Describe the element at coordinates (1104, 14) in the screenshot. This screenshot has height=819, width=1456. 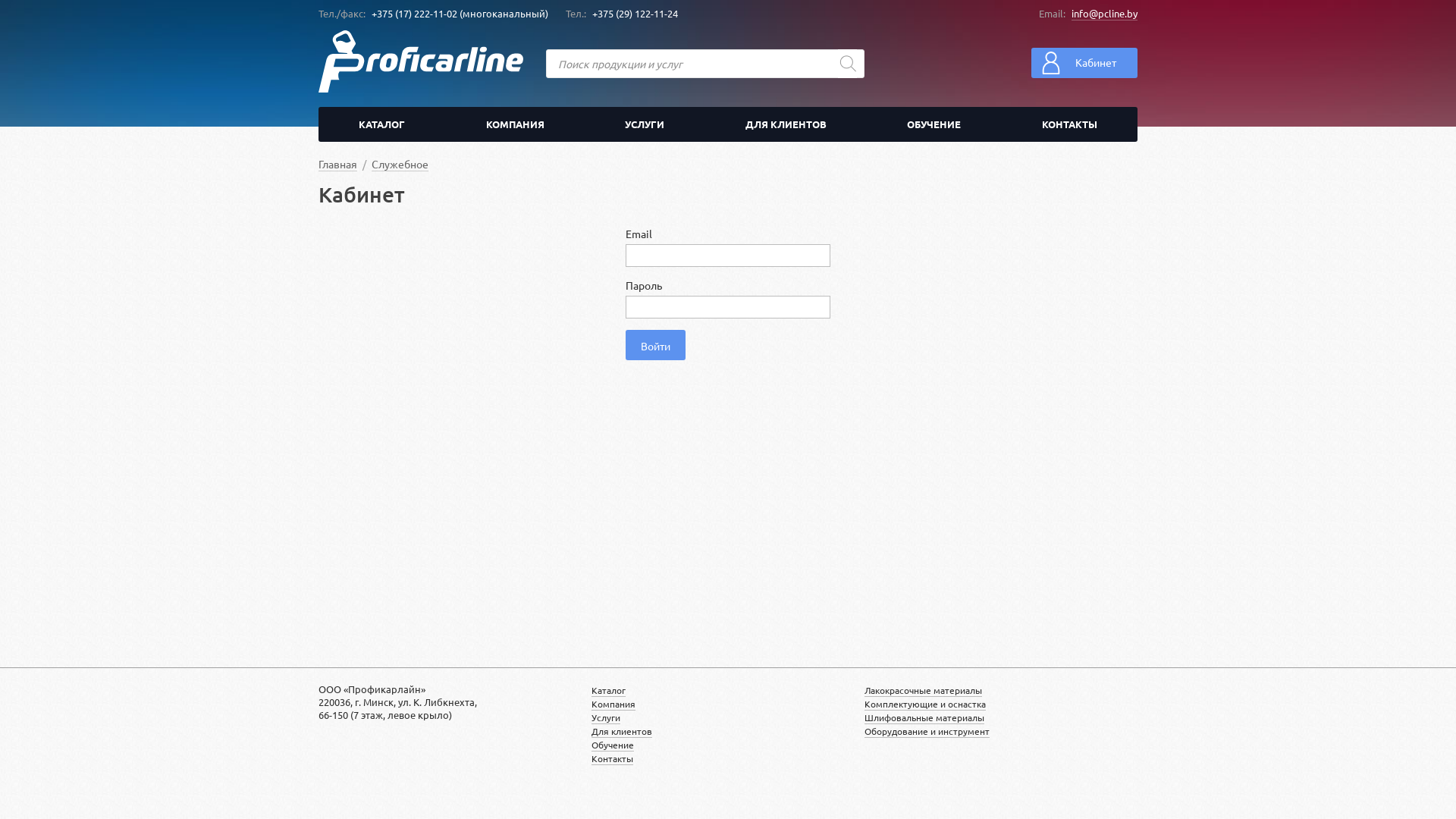
I see `'info@pcline.by'` at that location.